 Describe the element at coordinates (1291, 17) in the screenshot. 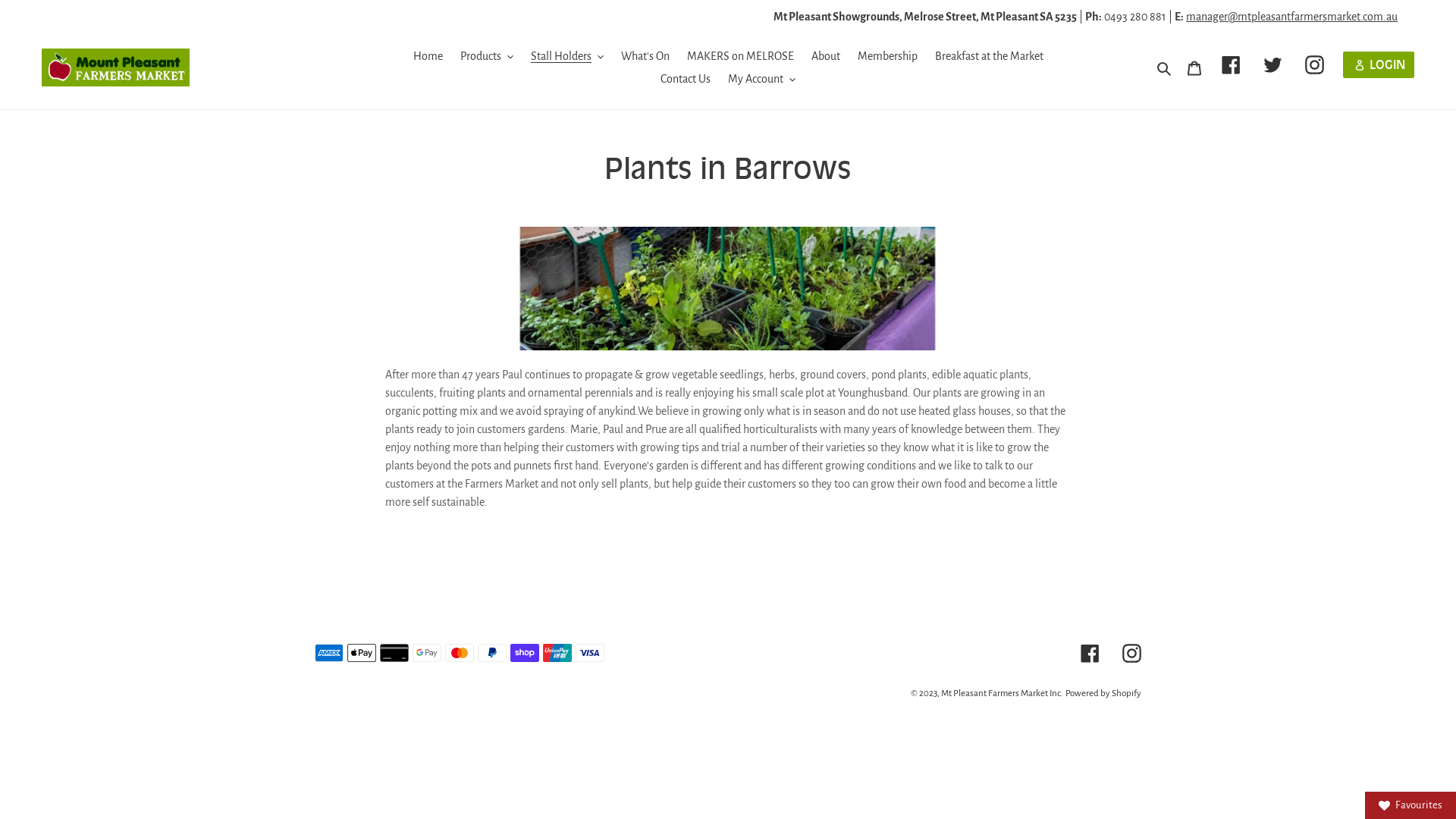

I see `'manager@mtpleasantfarmersmarket.com.au'` at that location.